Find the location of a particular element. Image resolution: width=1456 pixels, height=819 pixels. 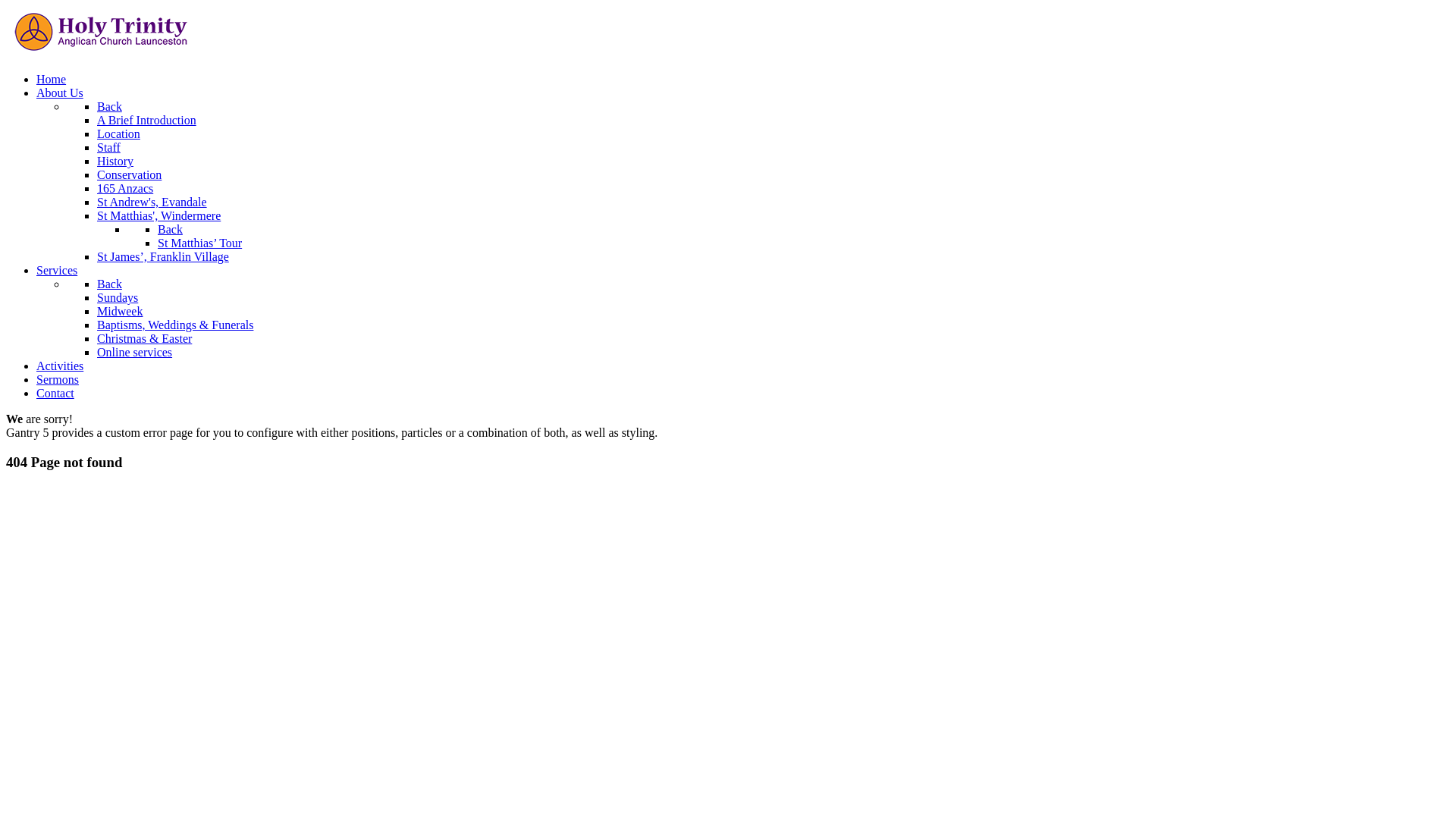

'Midweek' is located at coordinates (119, 310).